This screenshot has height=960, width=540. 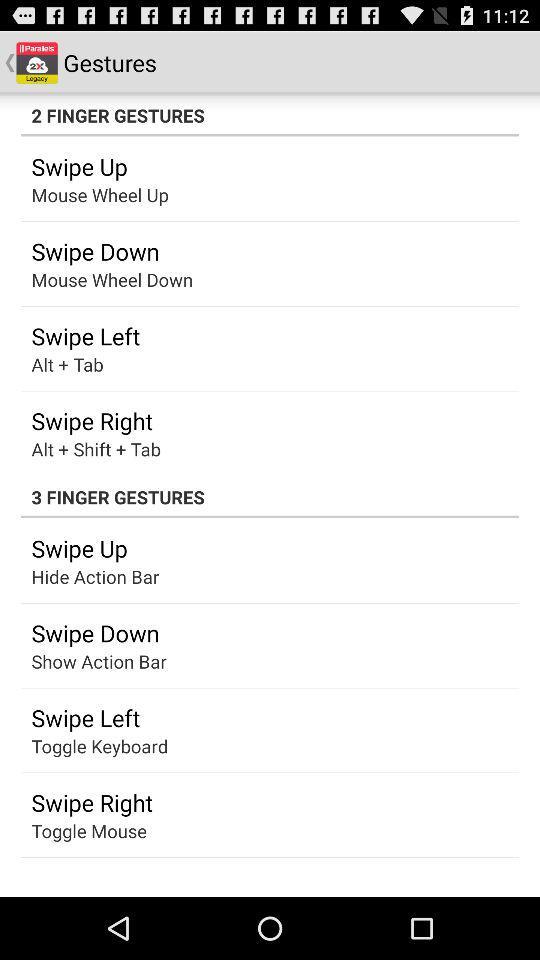 What do you see at coordinates (88, 830) in the screenshot?
I see `toggle mouse icon` at bounding box center [88, 830].